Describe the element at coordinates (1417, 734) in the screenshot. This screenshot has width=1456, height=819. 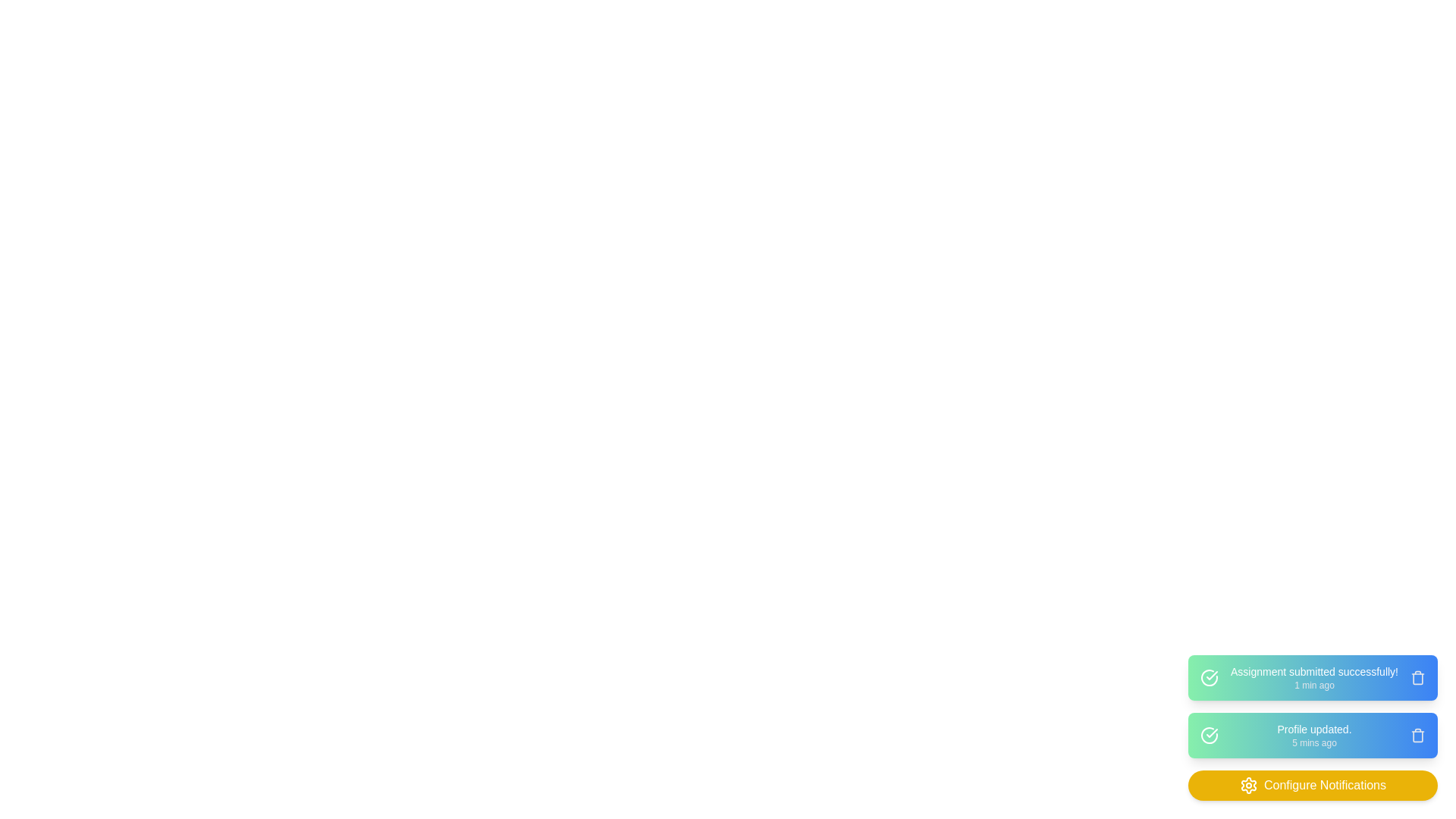
I see `the delete icon for the notification with message 'Profile updated.'` at that location.